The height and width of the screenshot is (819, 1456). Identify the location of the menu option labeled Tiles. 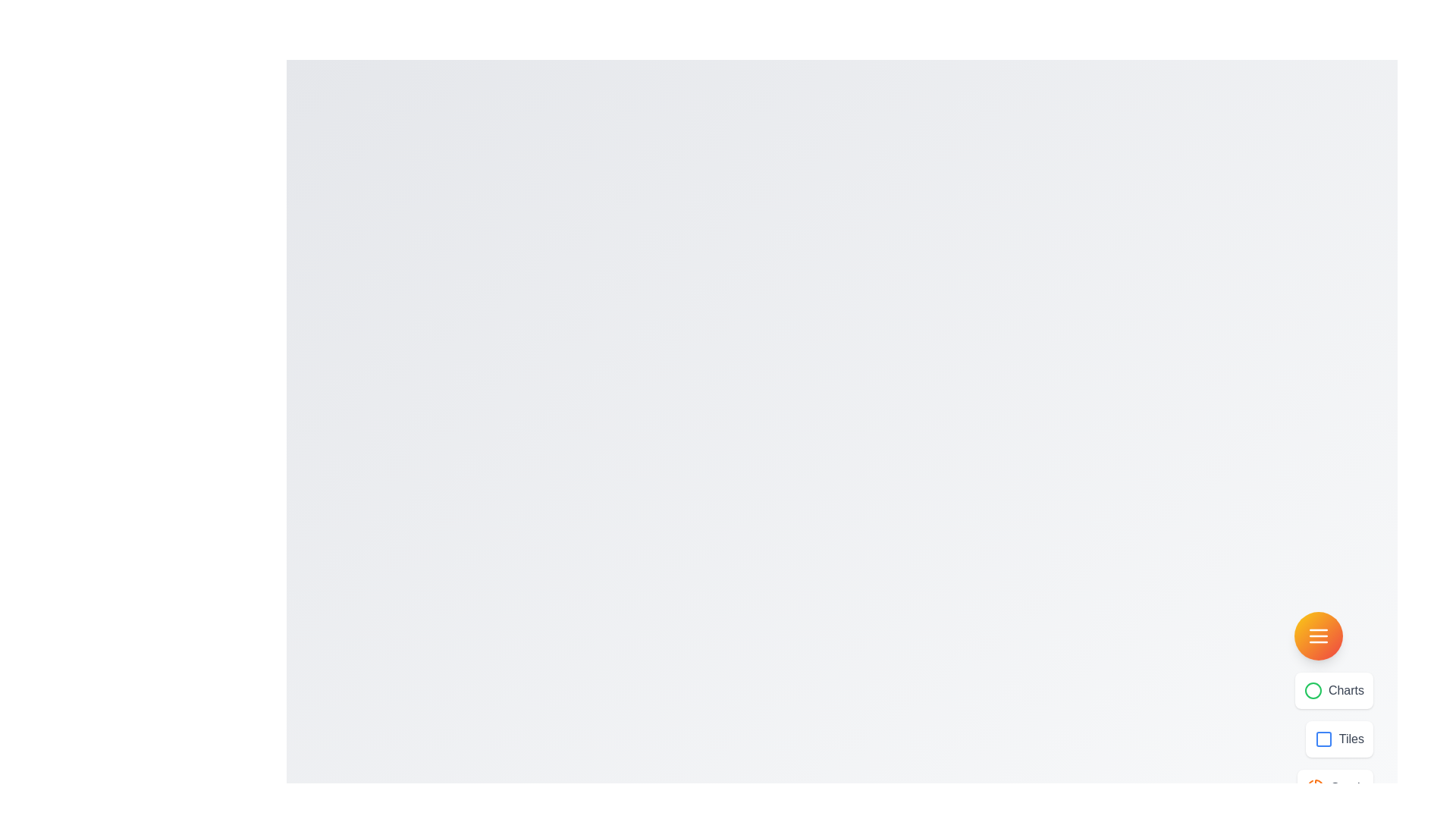
(1339, 739).